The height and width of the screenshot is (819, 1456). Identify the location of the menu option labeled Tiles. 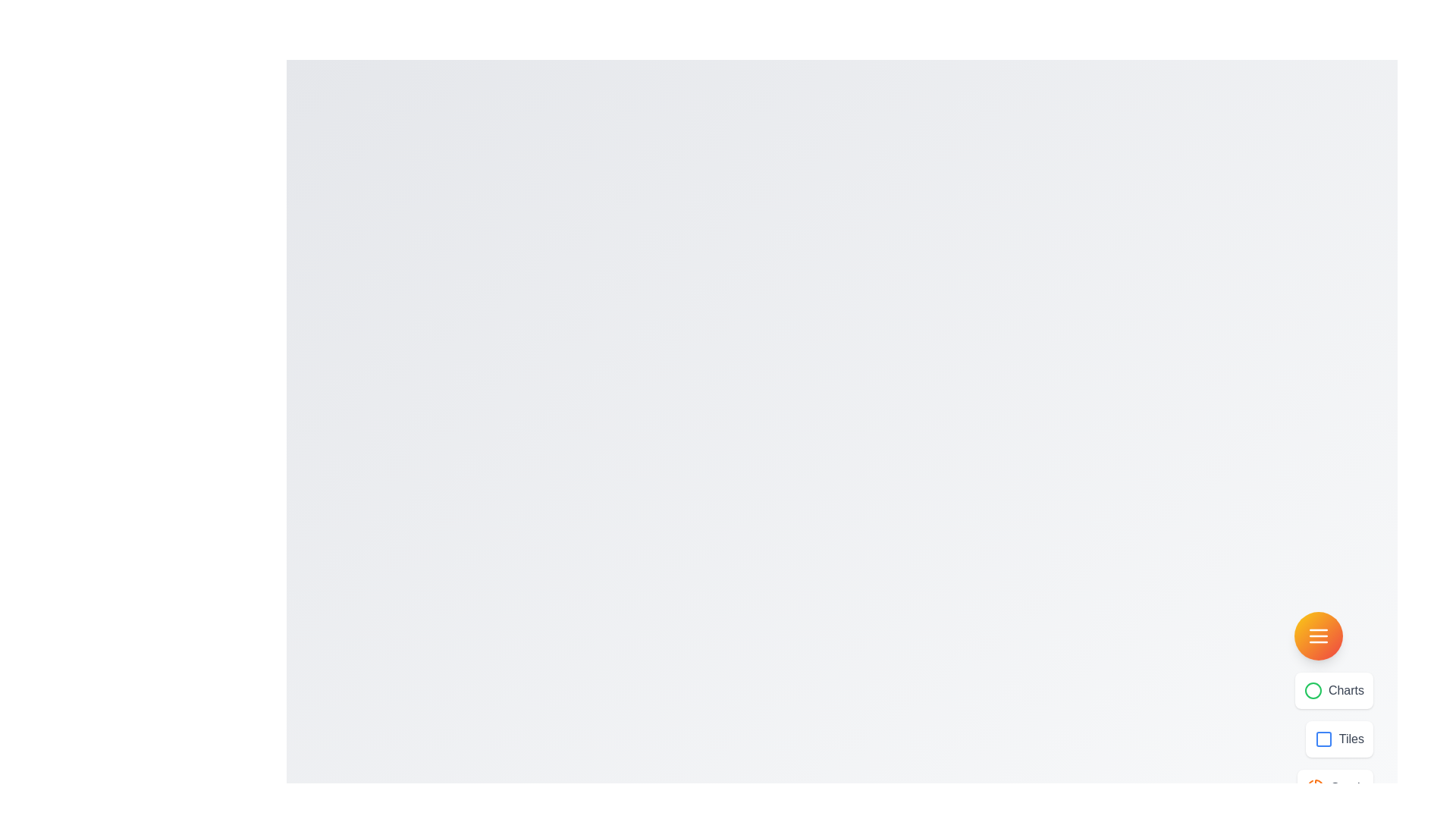
(1339, 739).